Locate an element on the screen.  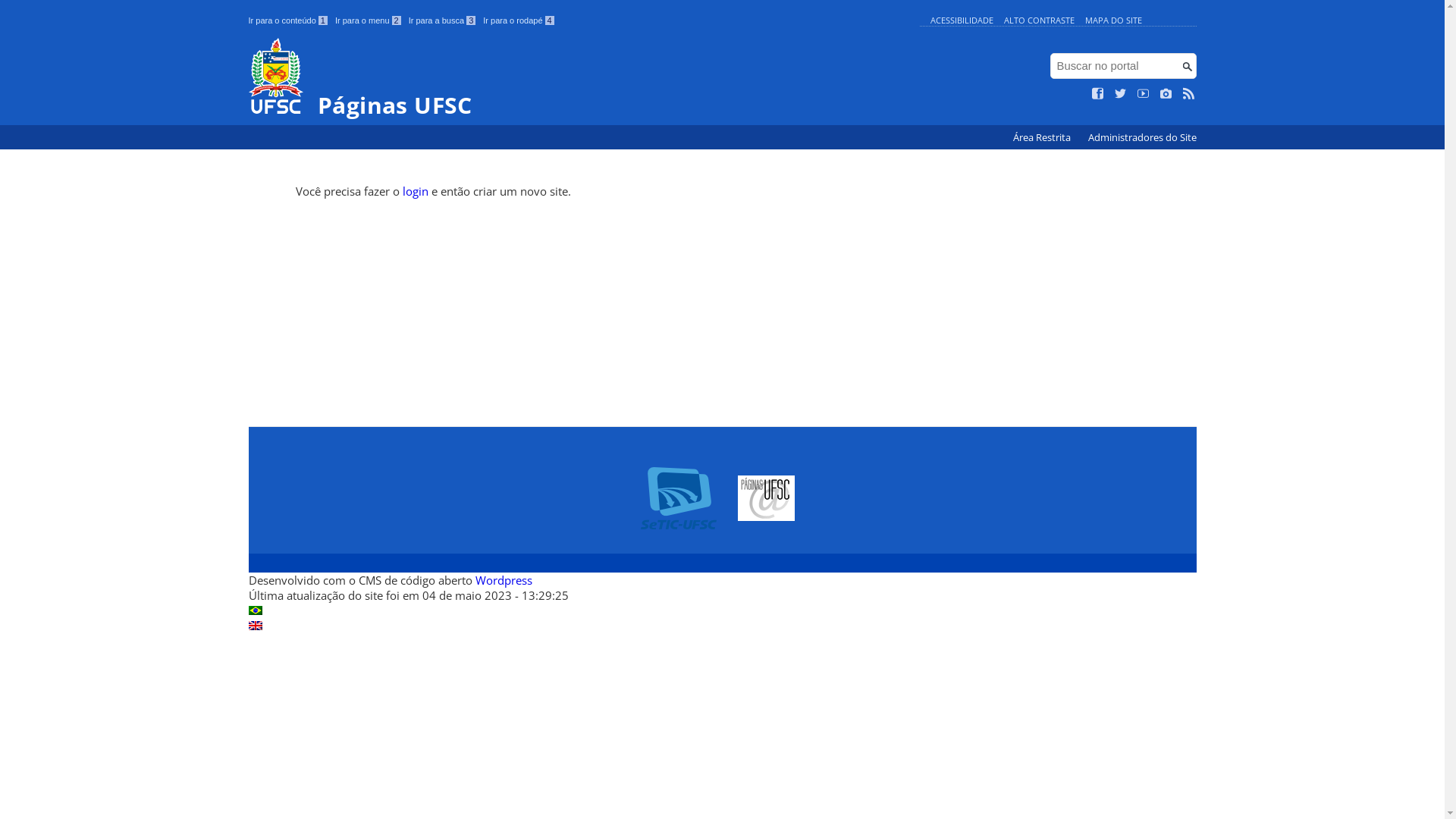
'Wordpress' is located at coordinates (503, 579).